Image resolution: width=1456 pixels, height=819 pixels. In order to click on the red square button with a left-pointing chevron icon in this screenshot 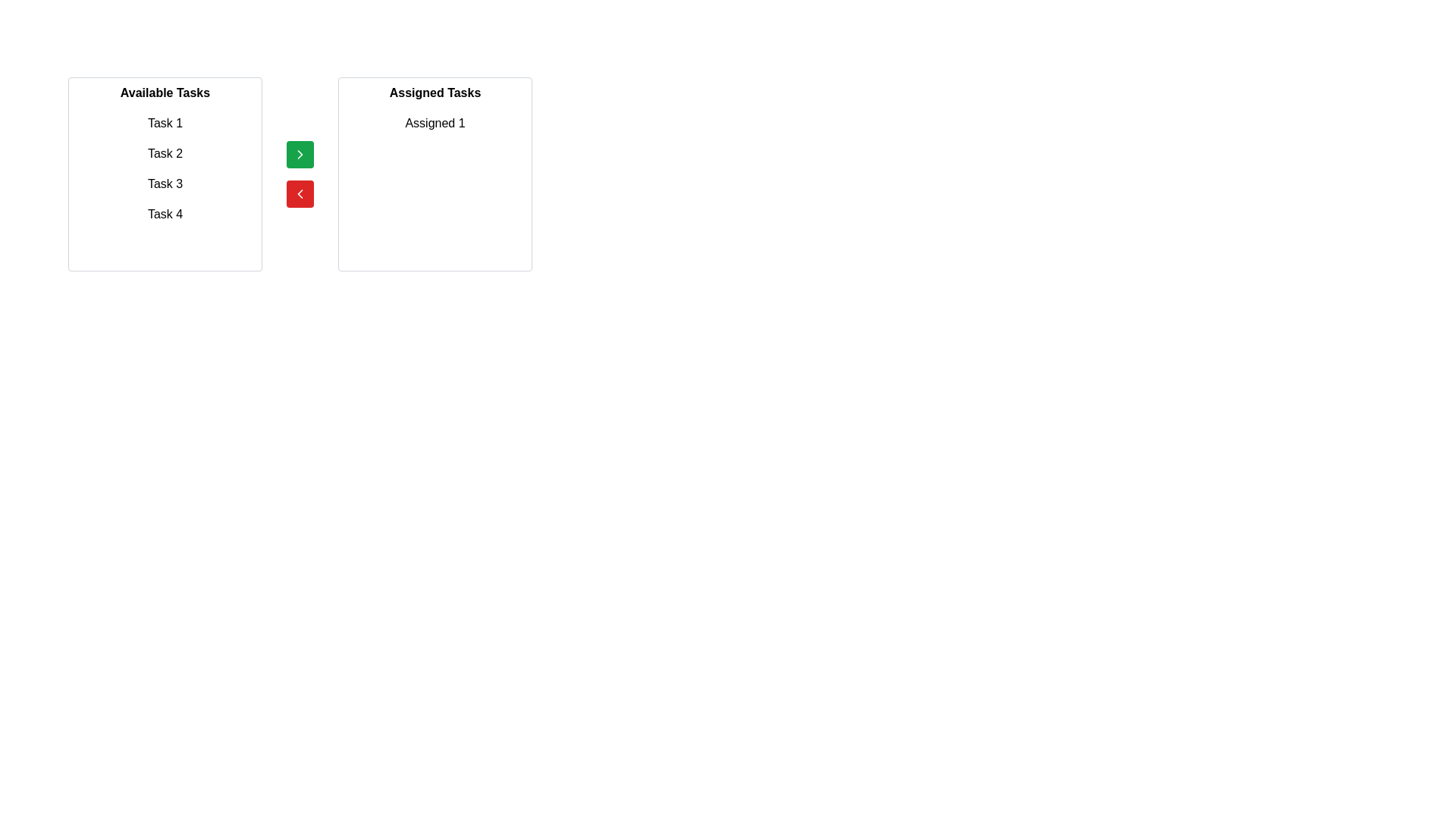, I will do `click(300, 193)`.